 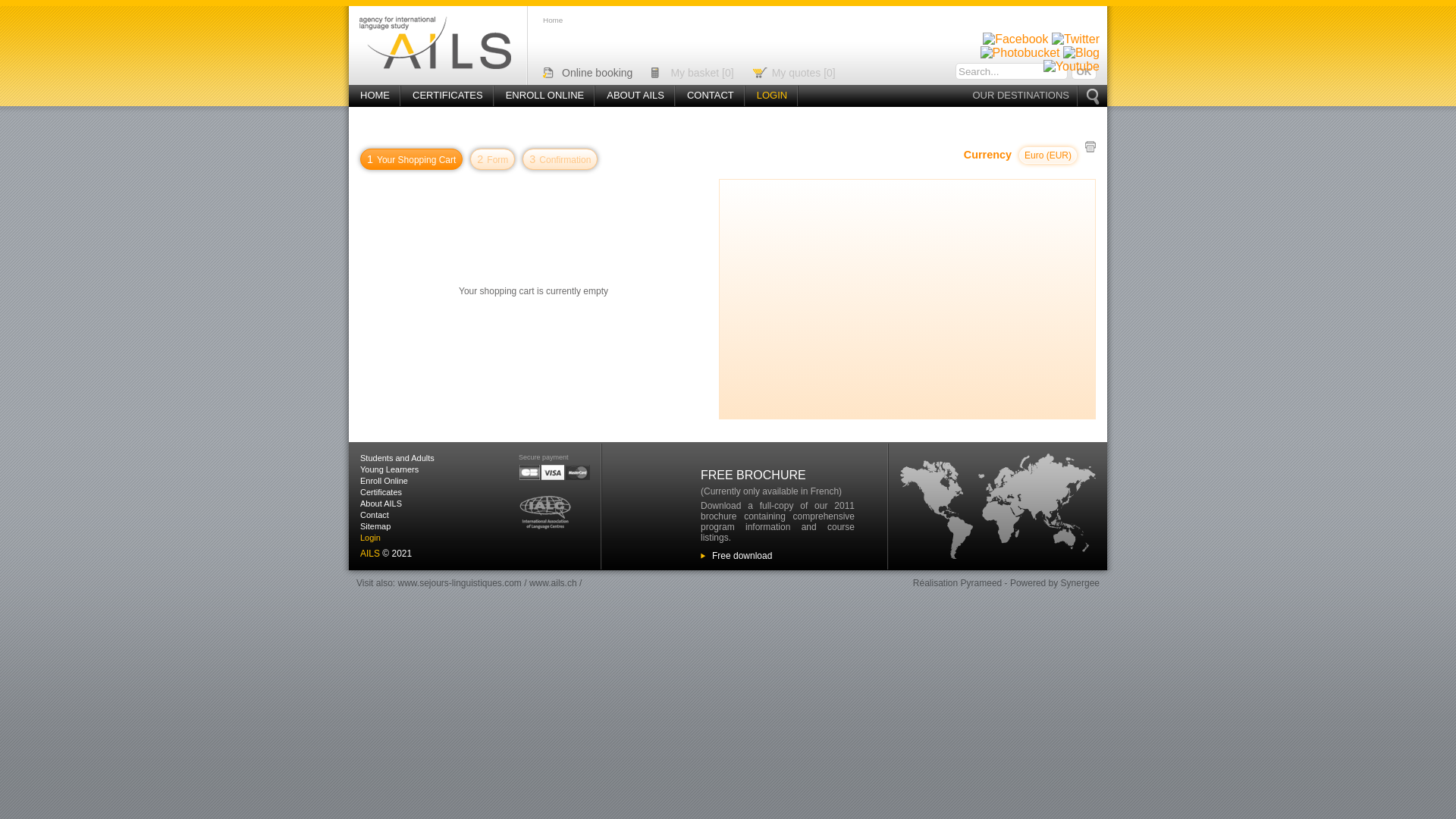 I want to click on 'My quotes [0]', so click(x=803, y=73).